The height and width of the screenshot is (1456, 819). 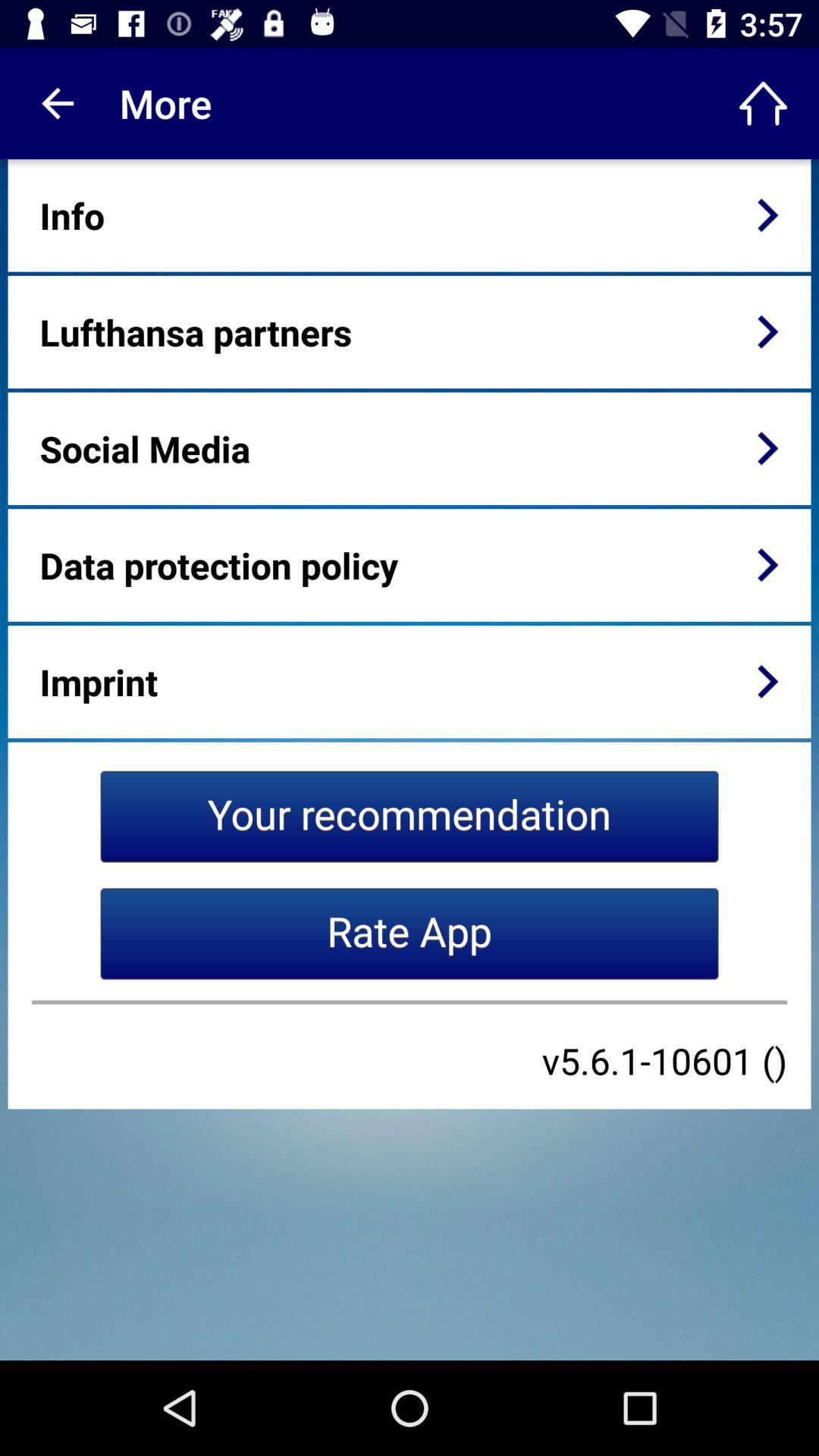 What do you see at coordinates (72, 215) in the screenshot?
I see `the item above the lufthansa partners` at bounding box center [72, 215].